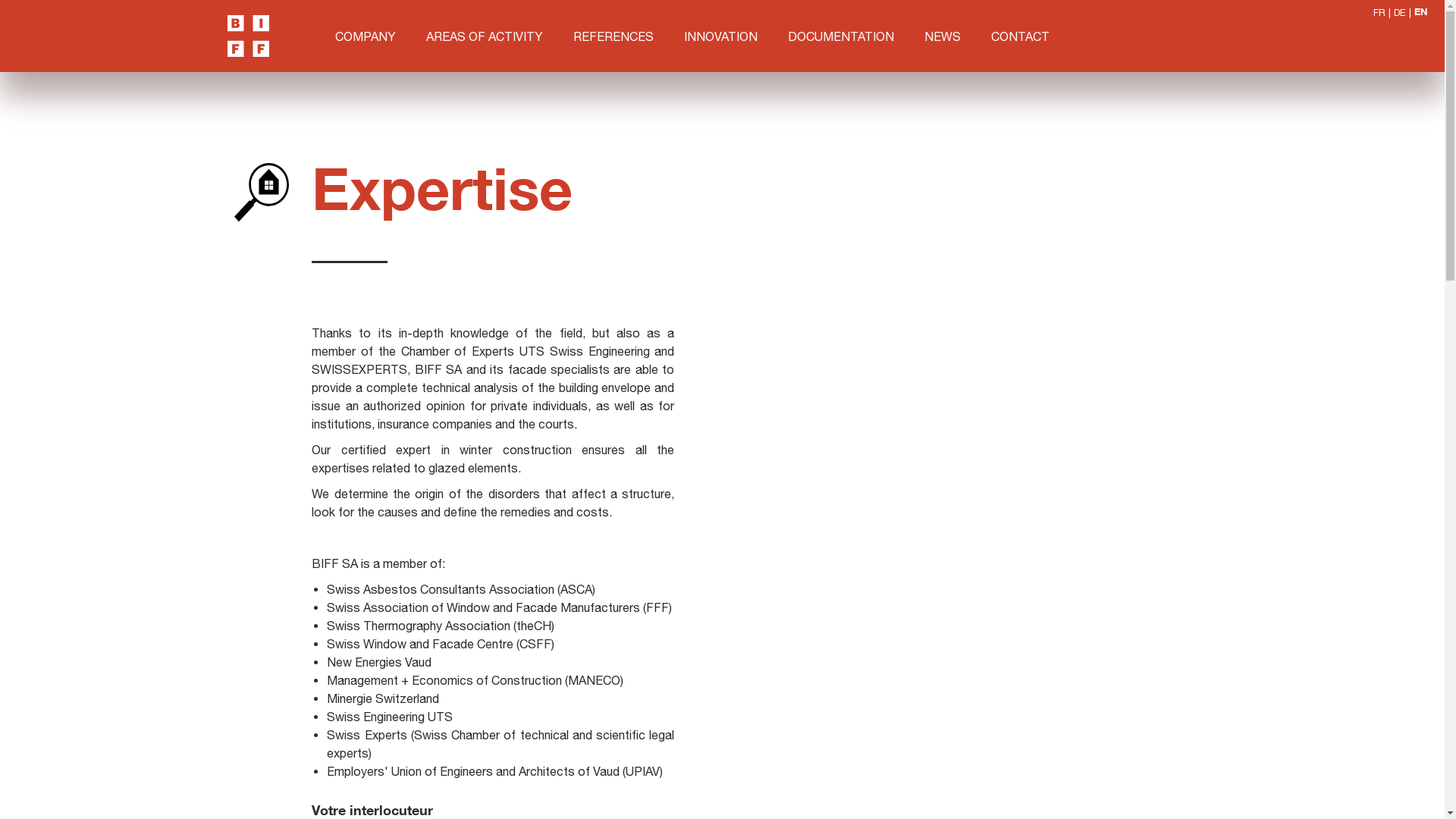 This screenshot has height=819, width=1456. Describe the element at coordinates (613, 34) in the screenshot. I see `'REFERENCES'` at that location.